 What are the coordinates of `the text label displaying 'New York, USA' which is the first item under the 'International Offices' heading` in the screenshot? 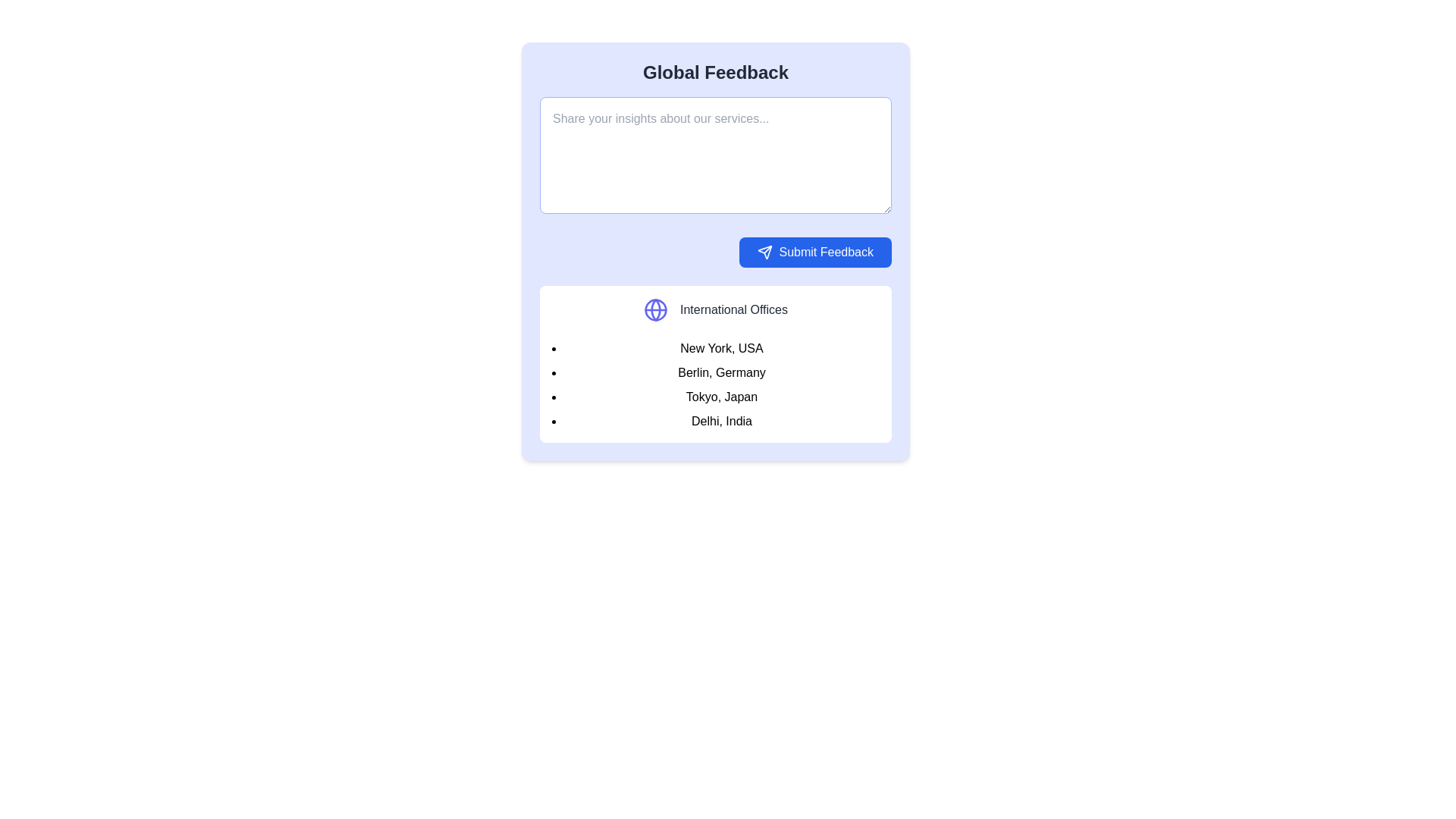 It's located at (720, 348).